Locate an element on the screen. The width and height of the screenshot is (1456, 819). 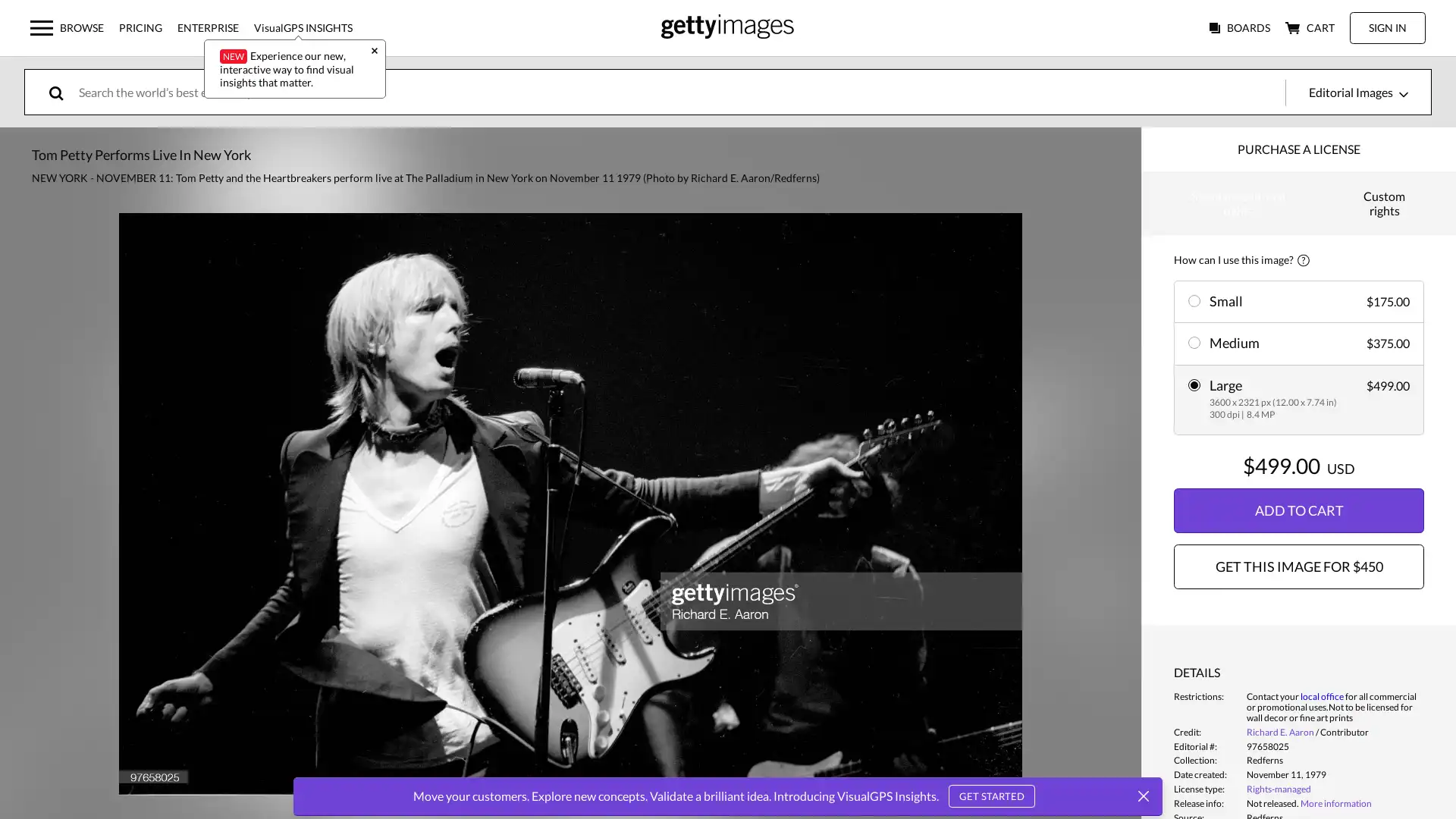
ADD TO CART is located at coordinates (1298, 510).